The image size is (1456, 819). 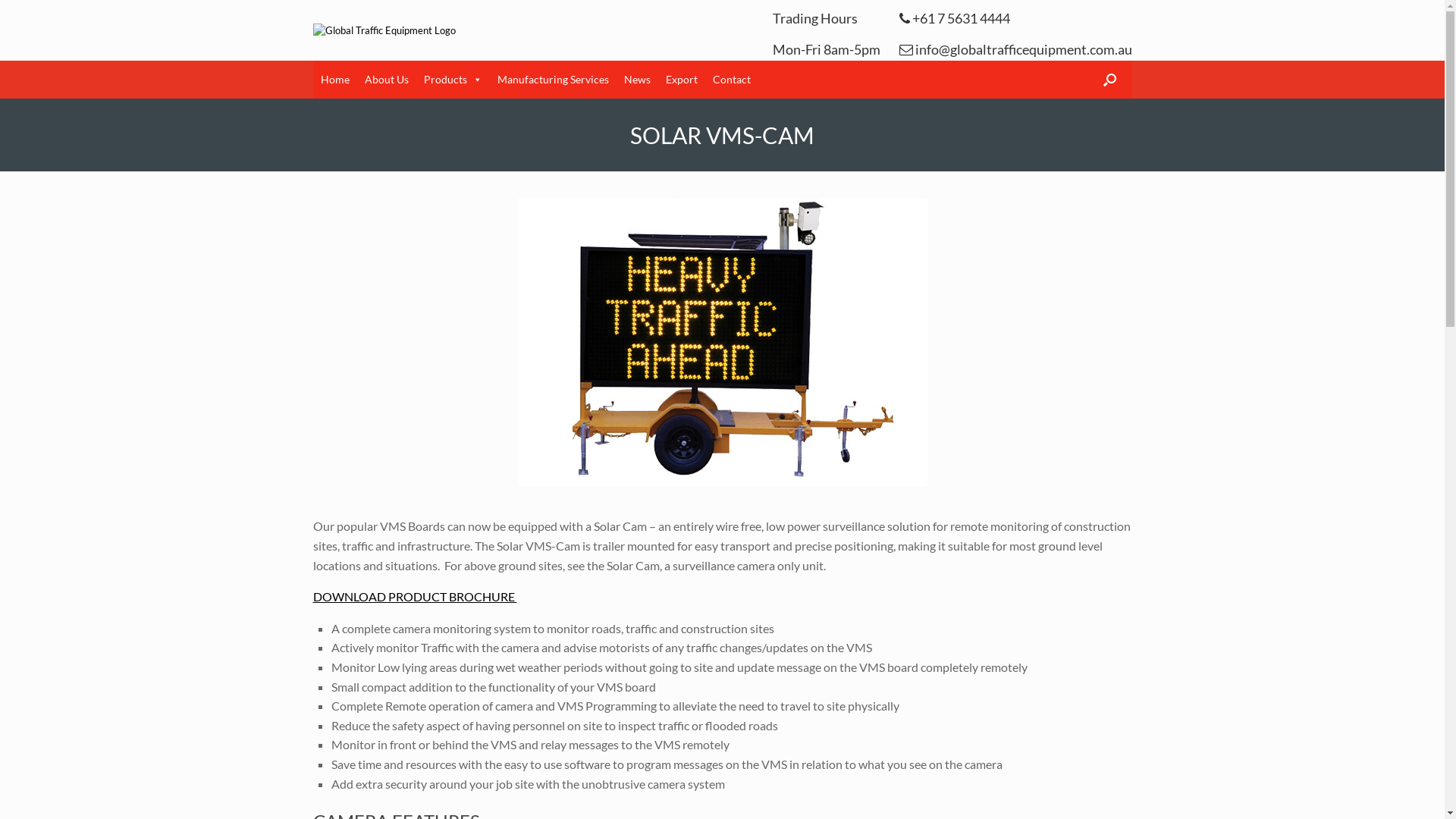 What do you see at coordinates (731, 79) in the screenshot?
I see `'Contact'` at bounding box center [731, 79].